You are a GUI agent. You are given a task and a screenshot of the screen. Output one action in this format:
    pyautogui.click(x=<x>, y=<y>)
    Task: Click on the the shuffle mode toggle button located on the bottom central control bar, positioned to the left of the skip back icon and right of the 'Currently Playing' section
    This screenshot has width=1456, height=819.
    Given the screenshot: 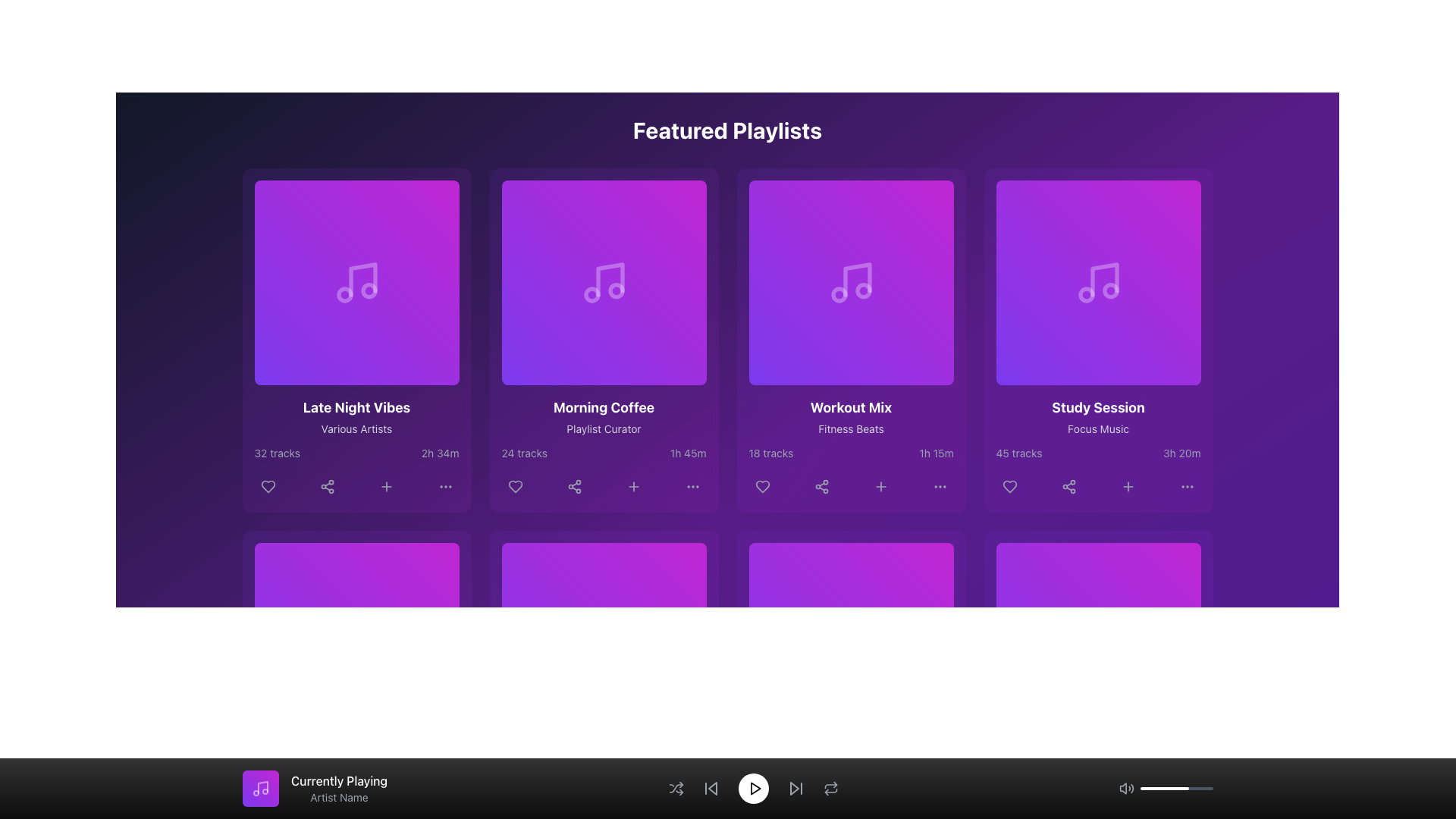 What is the action you would take?
    pyautogui.click(x=675, y=788)
    